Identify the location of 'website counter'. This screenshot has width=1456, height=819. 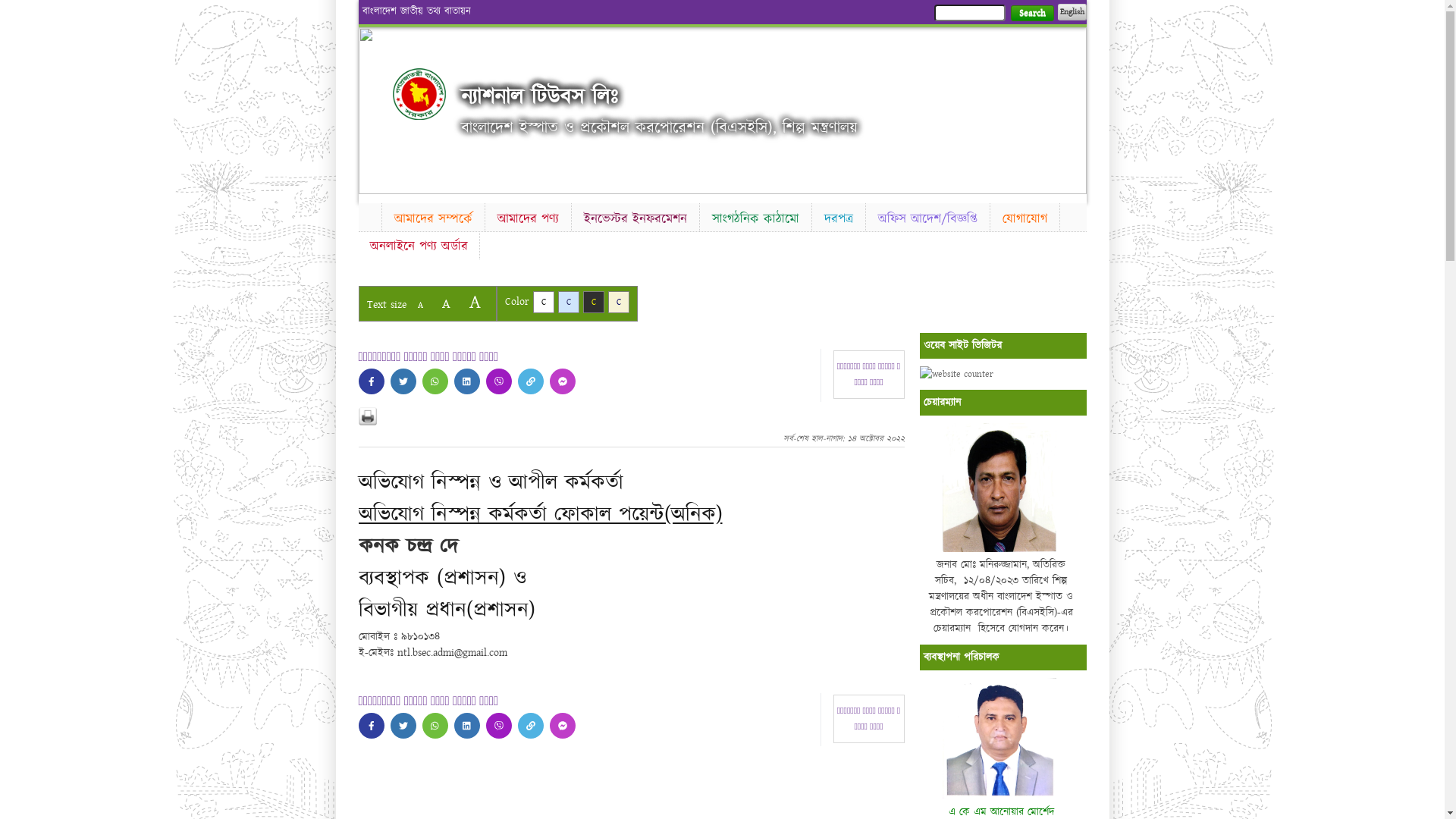
(955, 374).